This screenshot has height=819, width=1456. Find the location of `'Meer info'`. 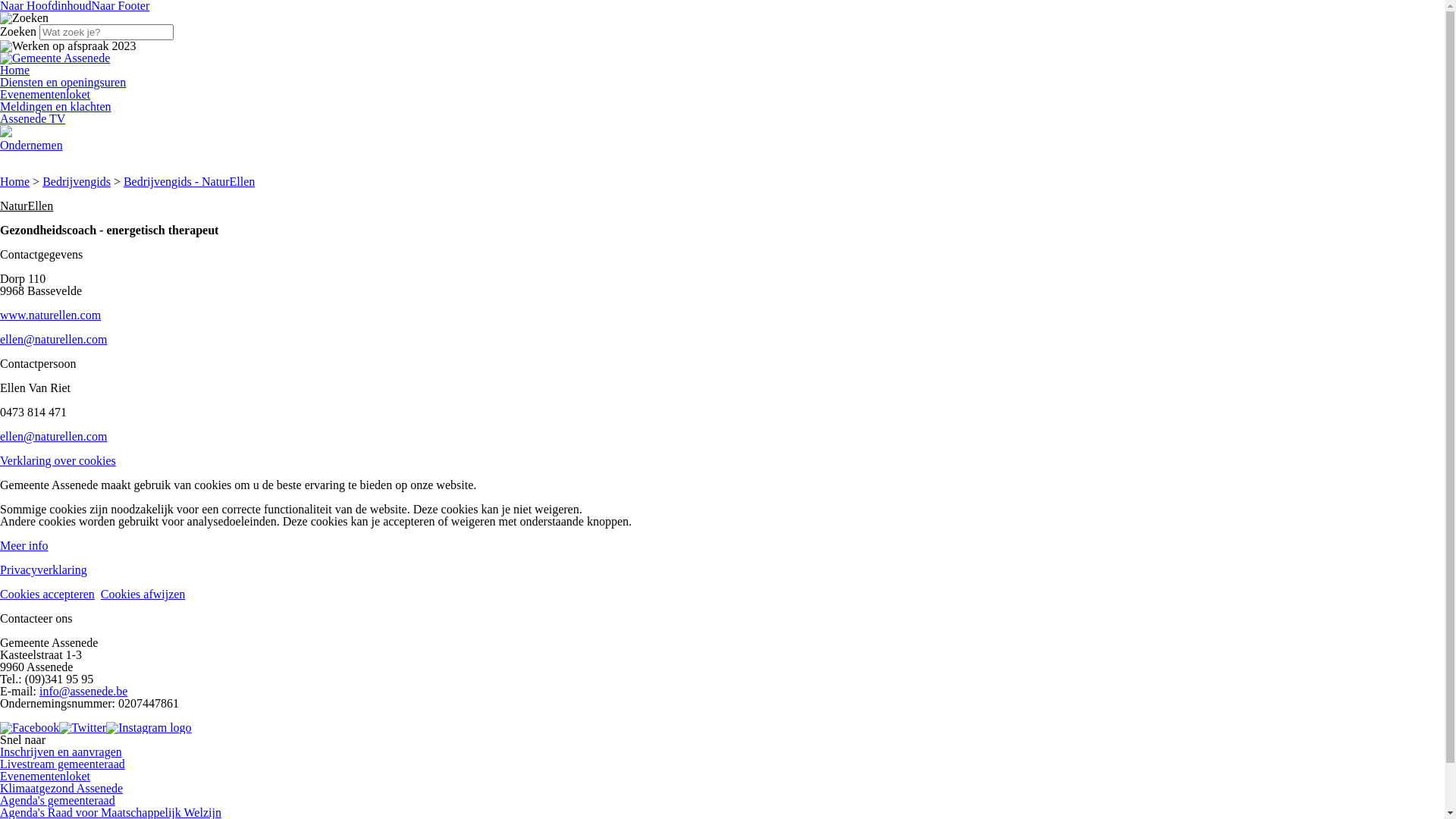

'Meer info' is located at coordinates (24, 544).